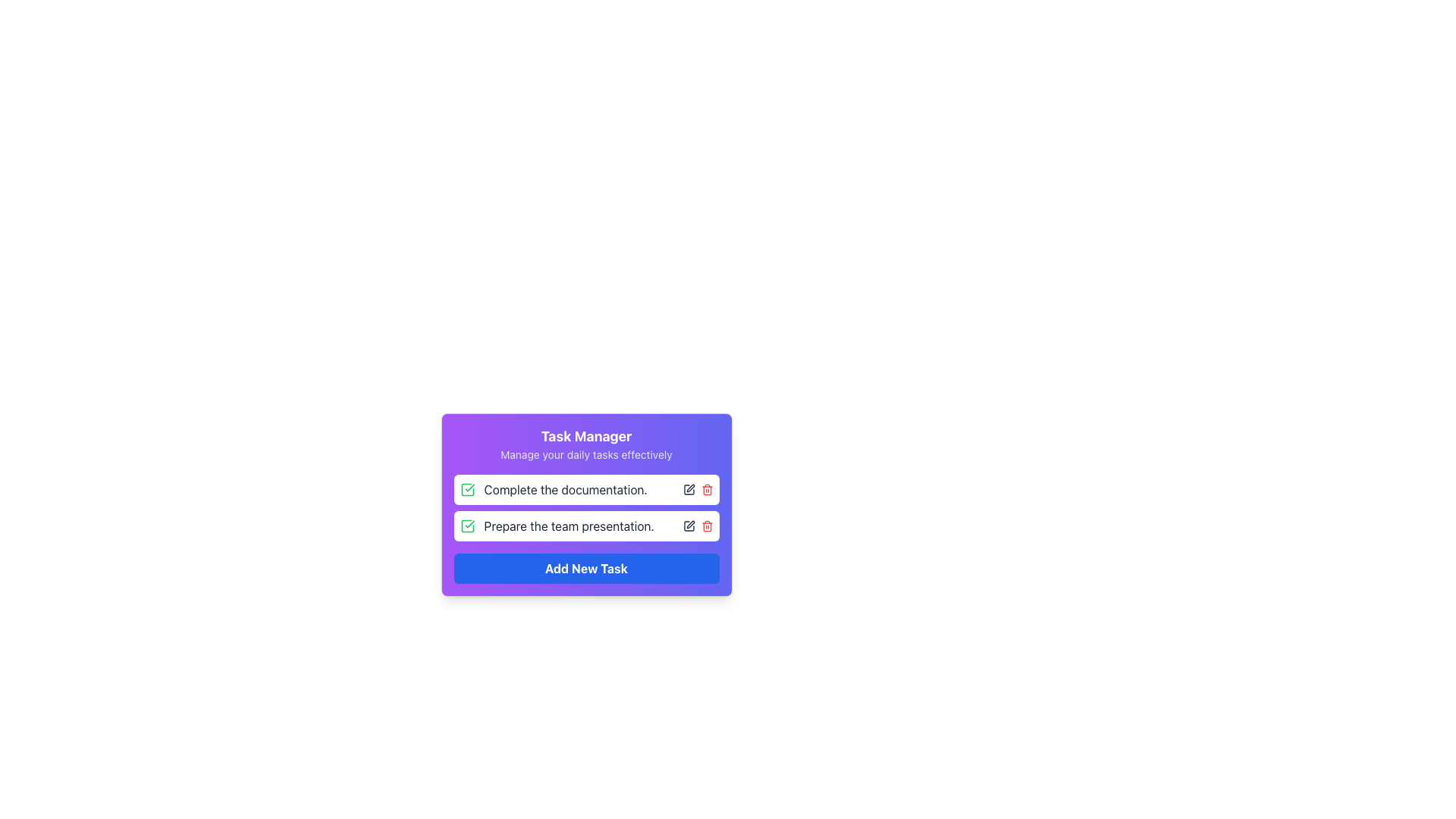 The image size is (1456, 819). Describe the element at coordinates (688, 489) in the screenshot. I see `the square pen icon button located in the 'Task Manager' interface beside the text 'Complete the documentation'` at that location.